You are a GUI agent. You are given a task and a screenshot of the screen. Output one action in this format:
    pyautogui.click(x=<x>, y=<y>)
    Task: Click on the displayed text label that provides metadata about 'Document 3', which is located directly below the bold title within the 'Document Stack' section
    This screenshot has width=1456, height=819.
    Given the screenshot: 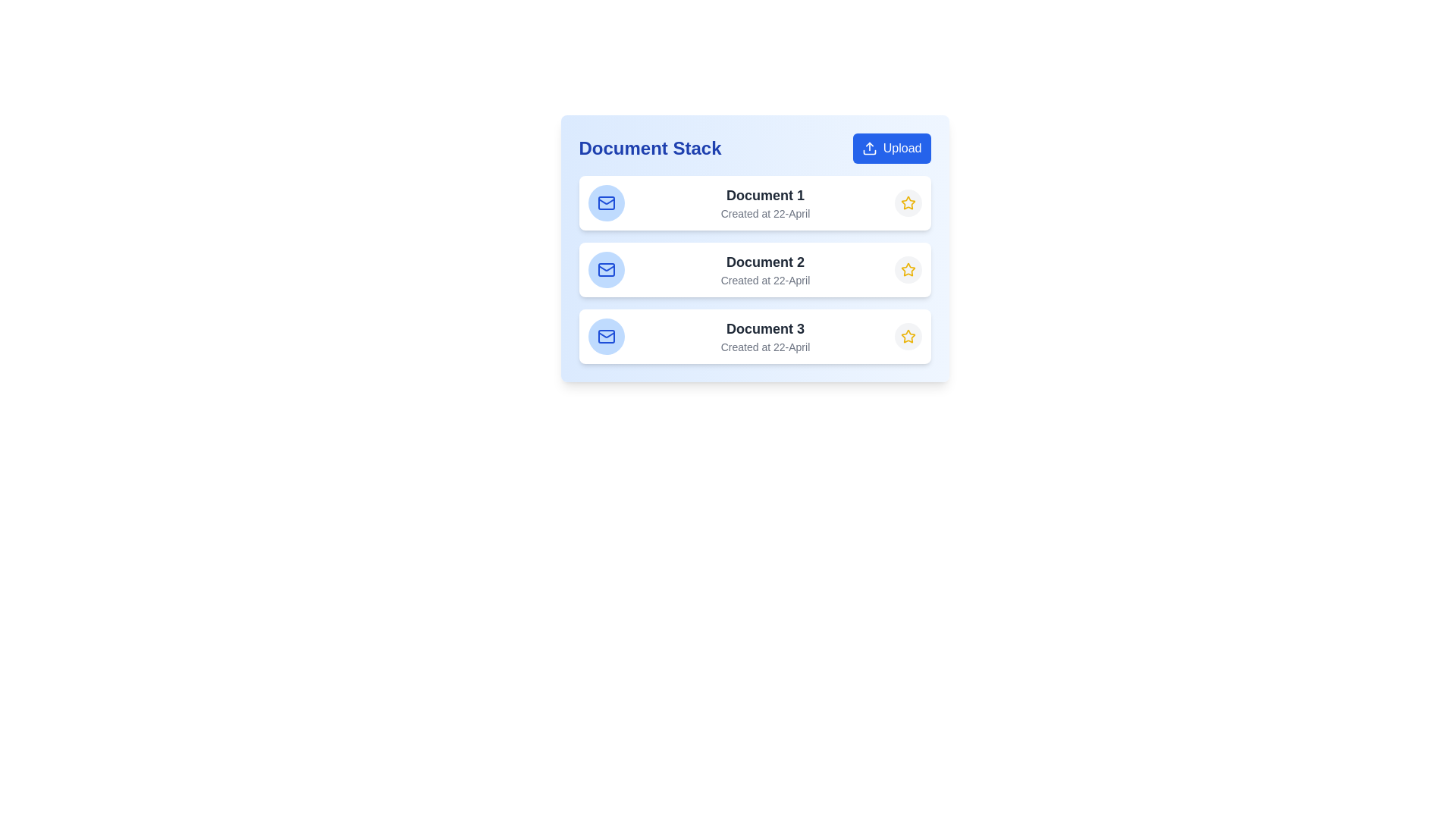 What is the action you would take?
    pyautogui.click(x=765, y=347)
    